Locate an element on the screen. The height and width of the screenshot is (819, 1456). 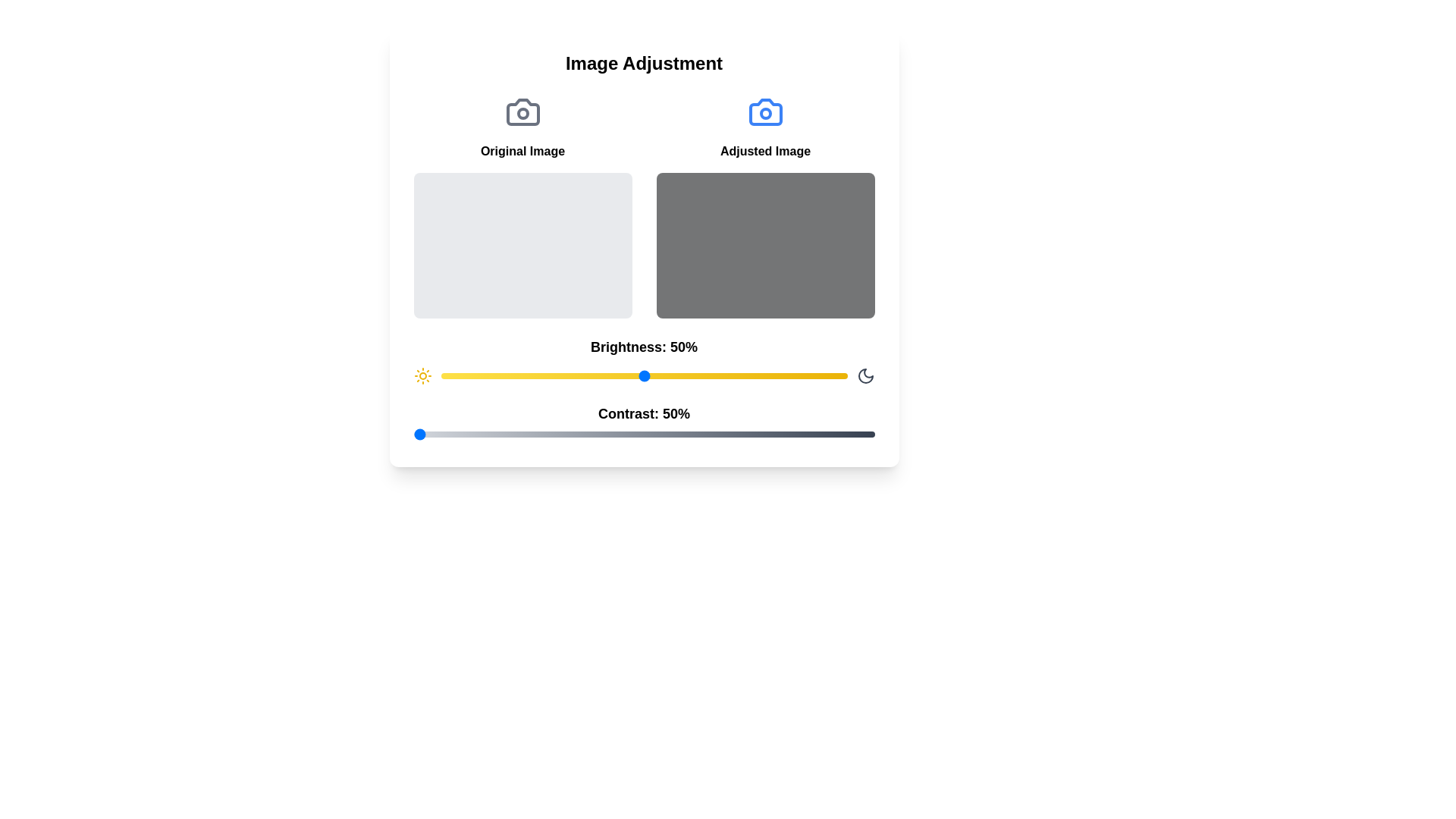
brightness is located at coordinates (632, 375).